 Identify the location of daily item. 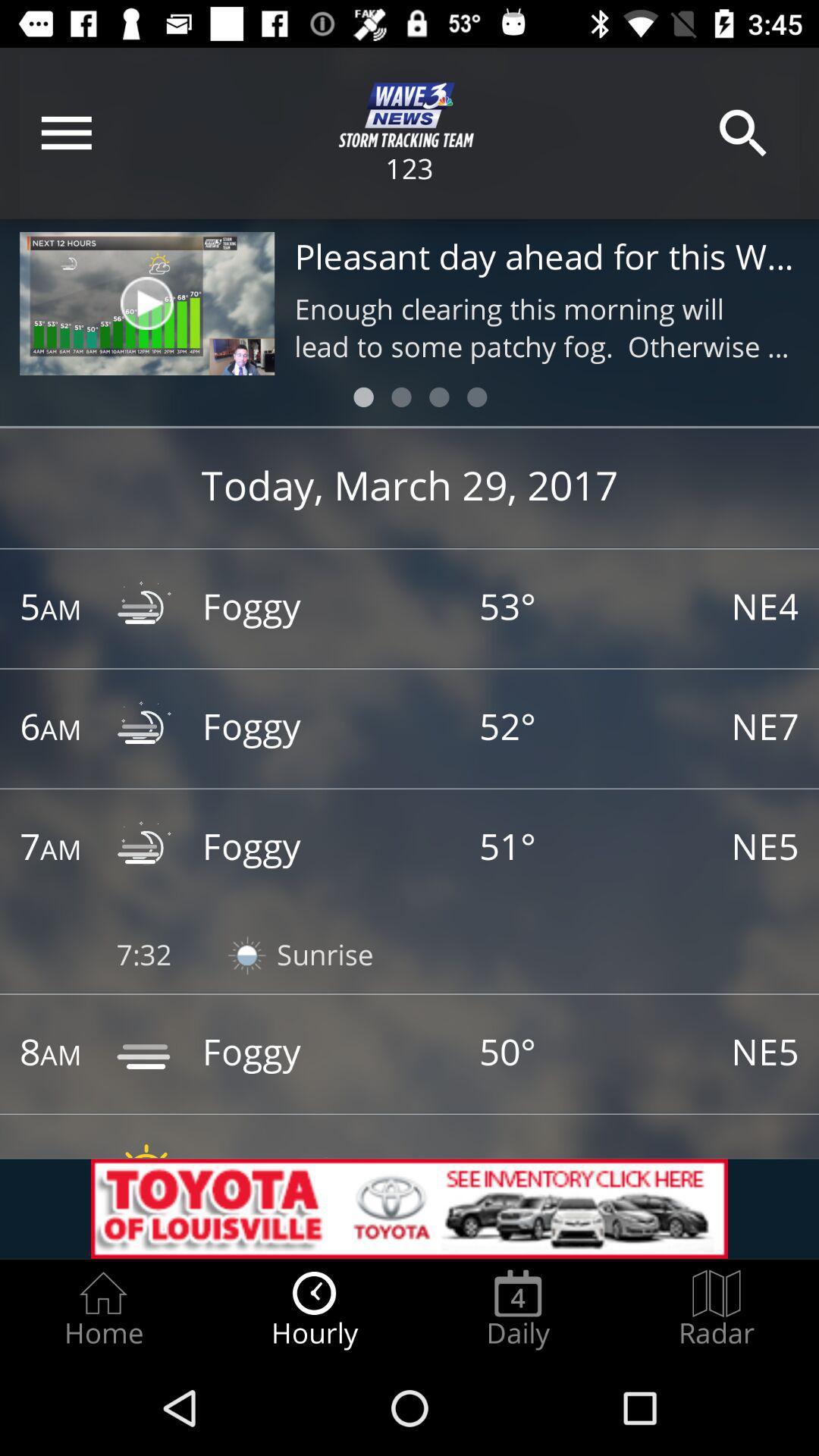
(517, 1309).